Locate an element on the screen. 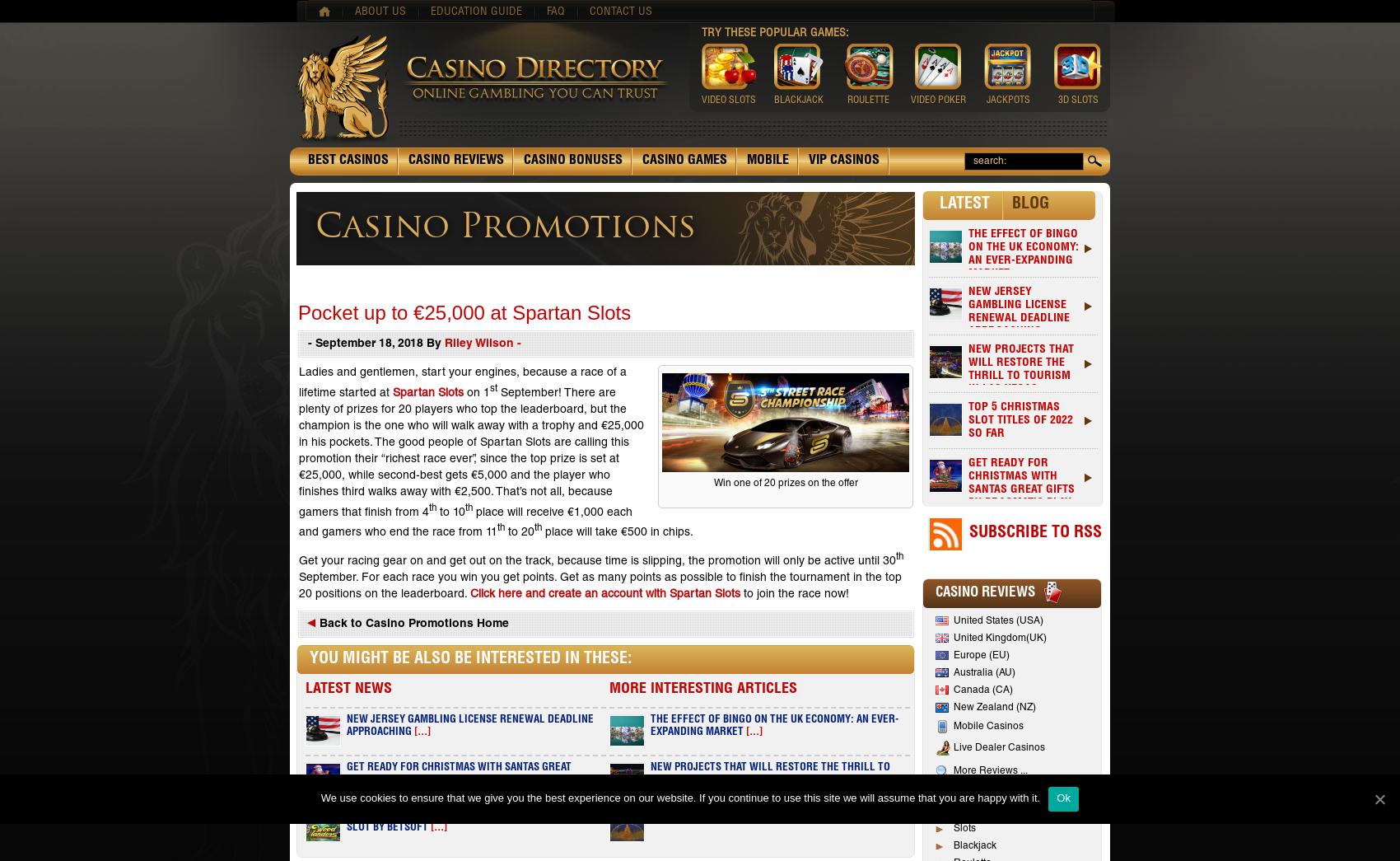  'United Kingdom(UK)' is located at coordinates (999, 638).